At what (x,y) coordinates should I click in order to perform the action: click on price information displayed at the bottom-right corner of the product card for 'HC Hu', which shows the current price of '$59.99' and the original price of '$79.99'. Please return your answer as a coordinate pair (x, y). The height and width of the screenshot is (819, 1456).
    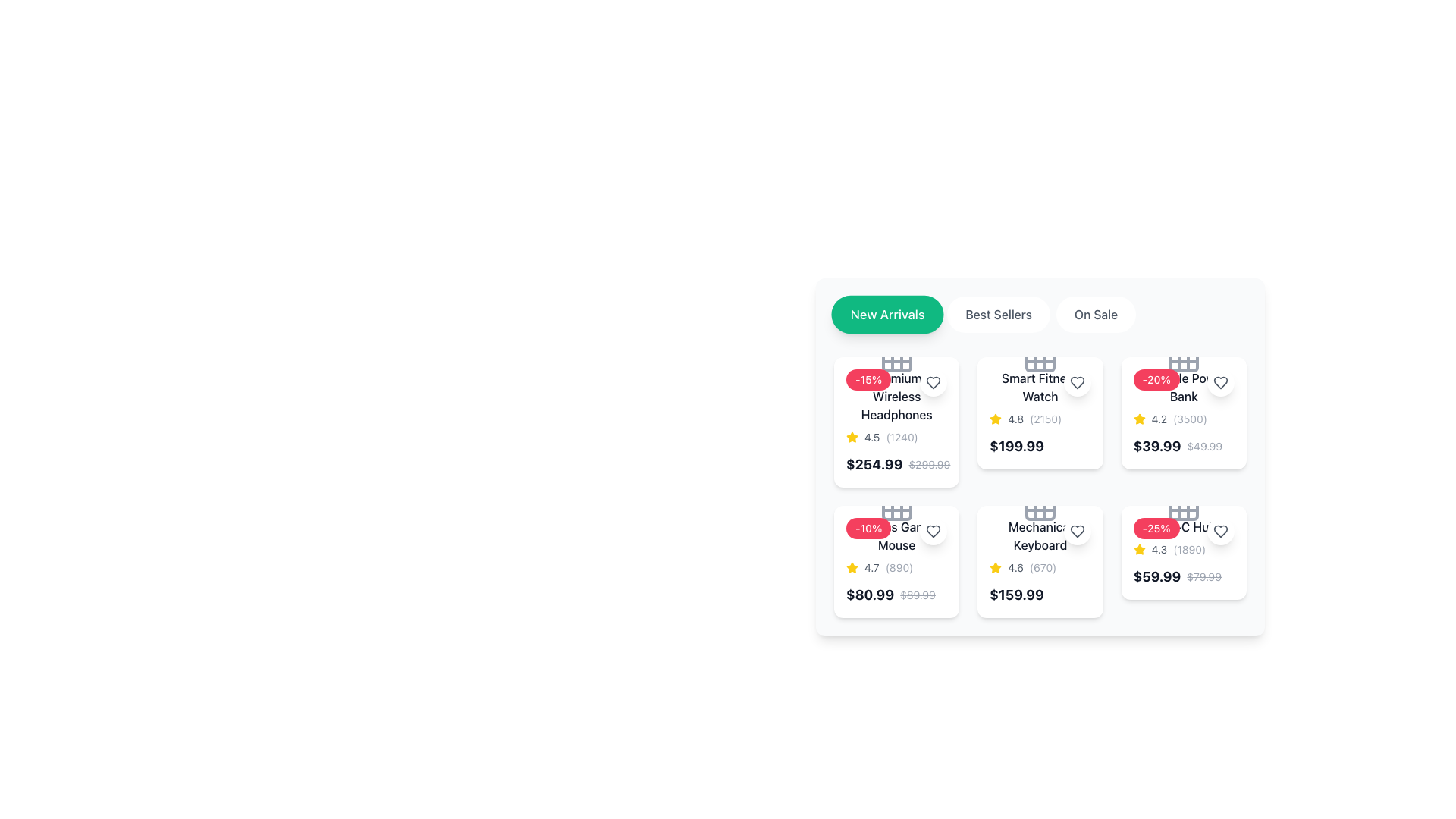
    Looking at the image, I should click on (1176, 576).